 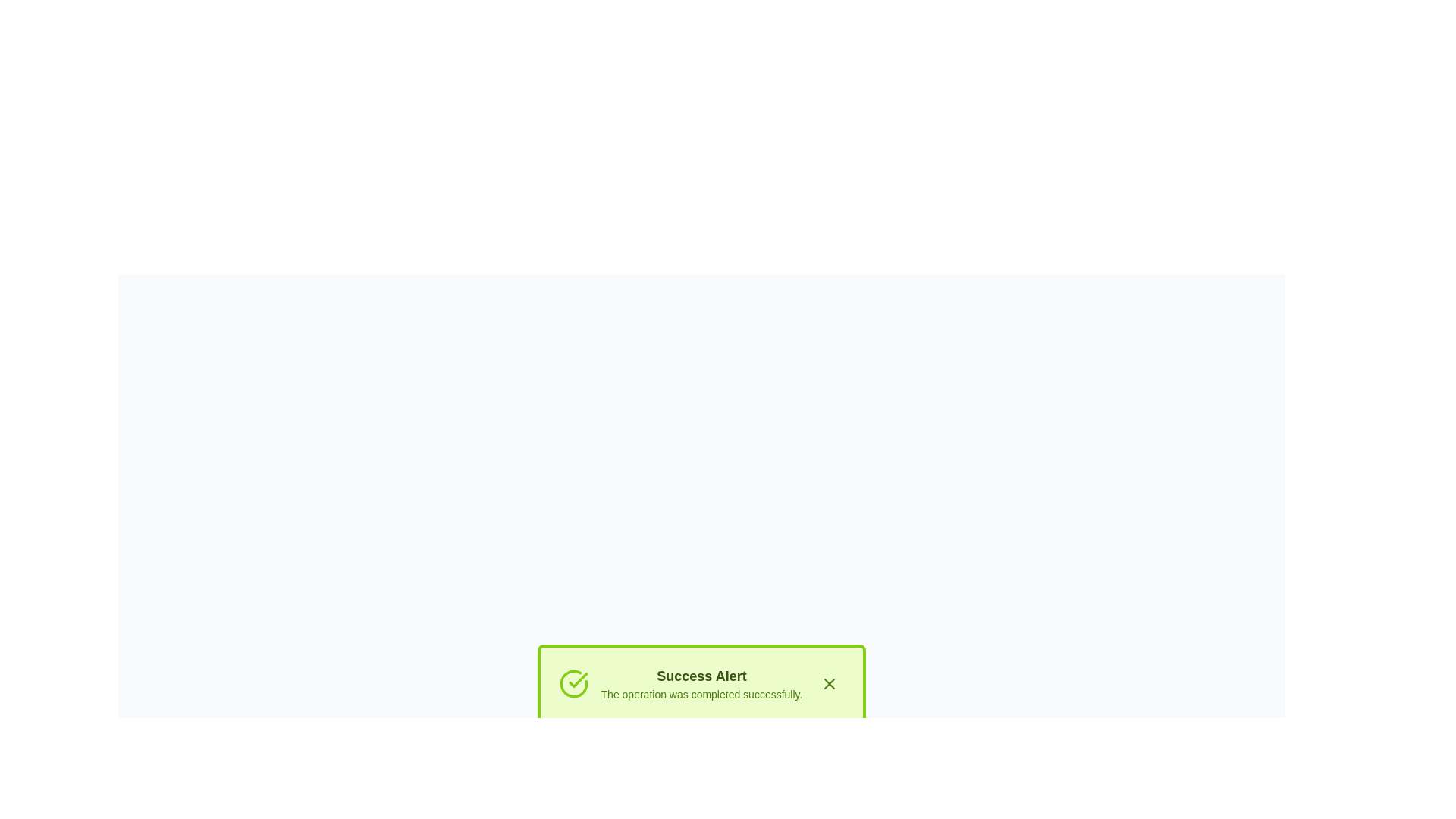 I want to click on the text label displaying 'The operation was completed successfully.' which is styled in small font size and lime green color, located below the 'Success Alert' title in the notification area, so click(x=701, y=694).